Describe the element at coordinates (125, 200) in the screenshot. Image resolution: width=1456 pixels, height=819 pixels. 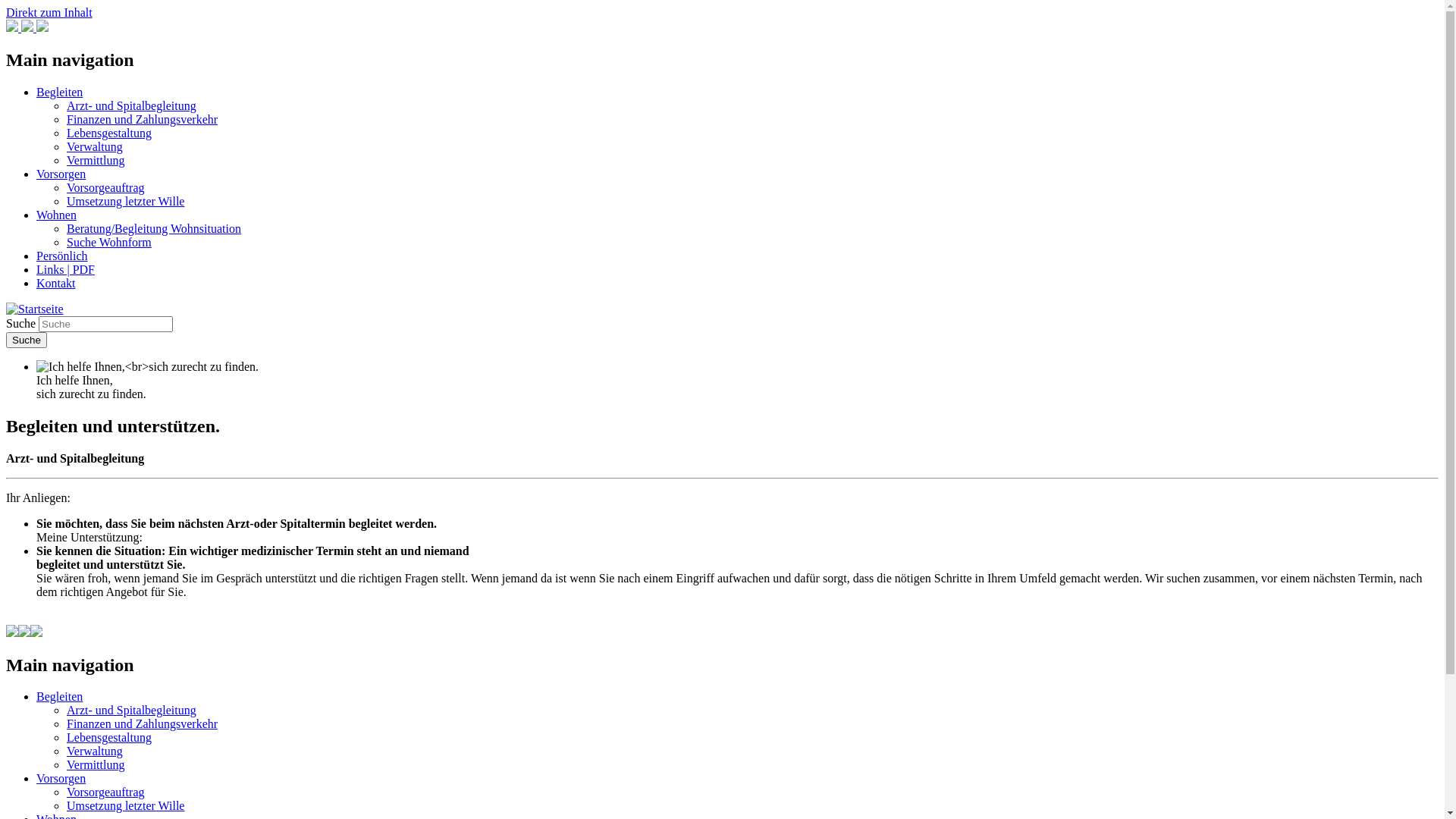
I see `'Umsetzung letzter Wille'` at that location.